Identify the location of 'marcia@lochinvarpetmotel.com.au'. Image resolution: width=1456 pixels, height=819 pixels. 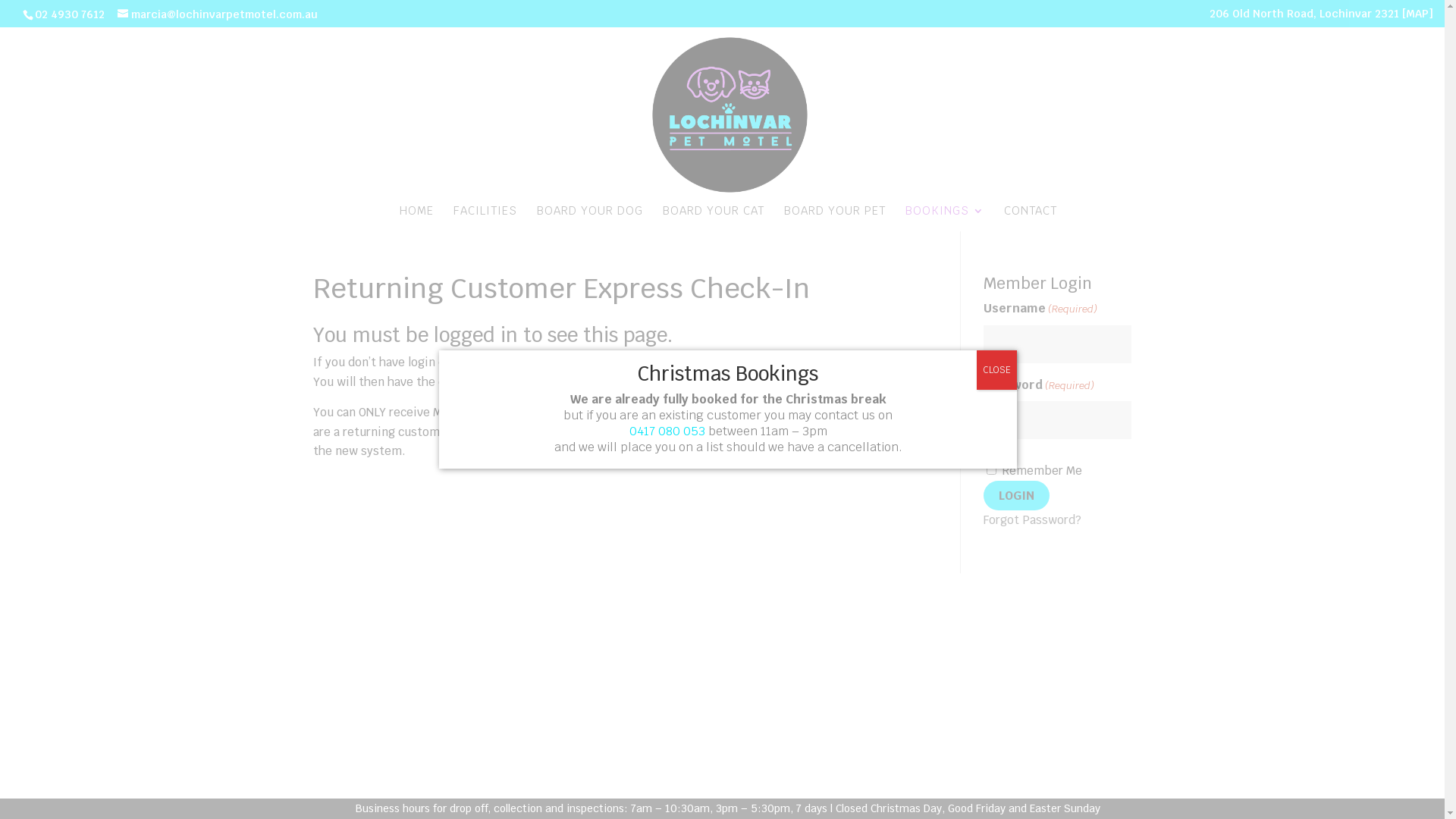
(217, 14).